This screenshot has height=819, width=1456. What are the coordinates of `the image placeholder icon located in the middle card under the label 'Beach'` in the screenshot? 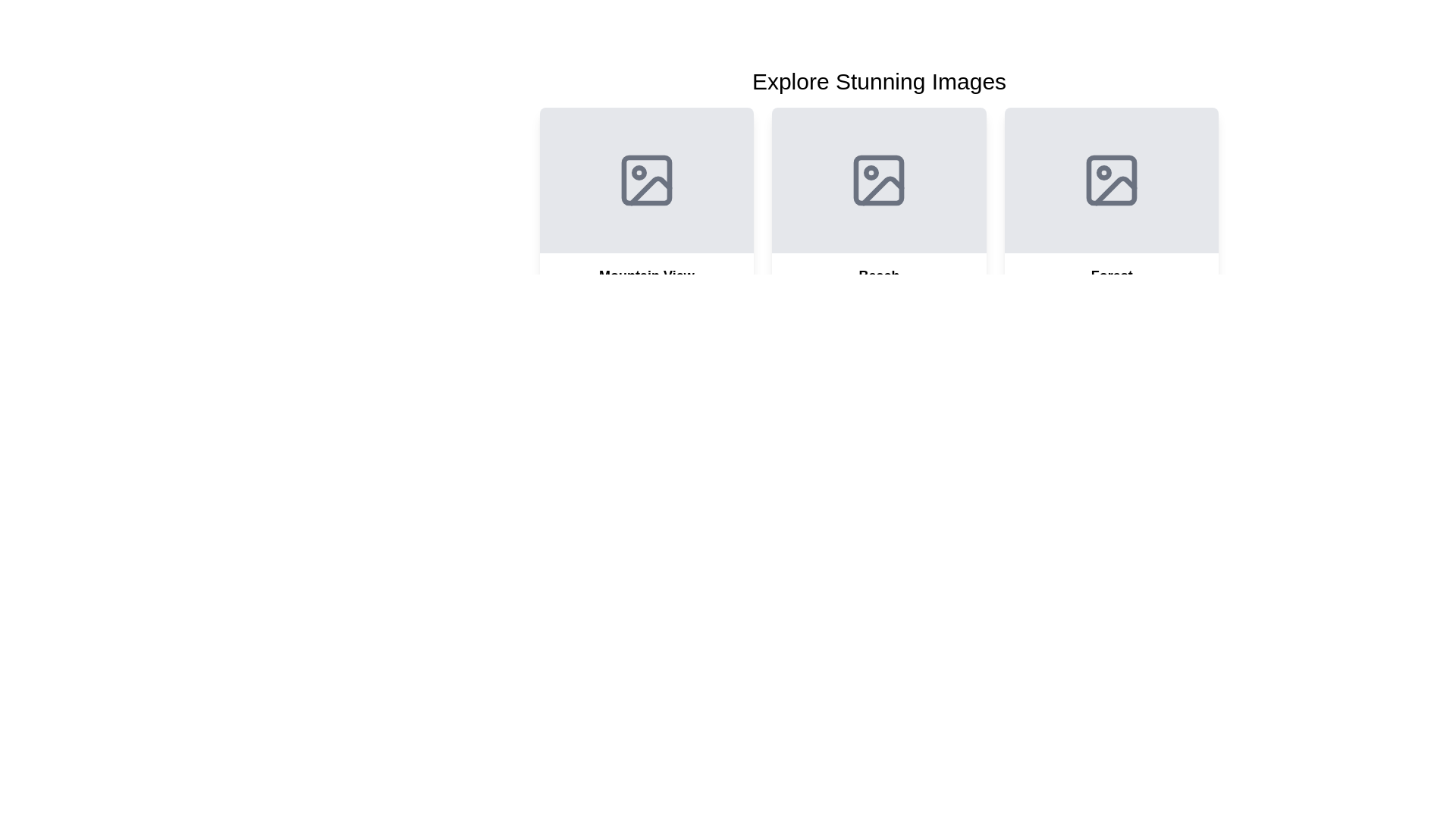 It's located at (879, 180).